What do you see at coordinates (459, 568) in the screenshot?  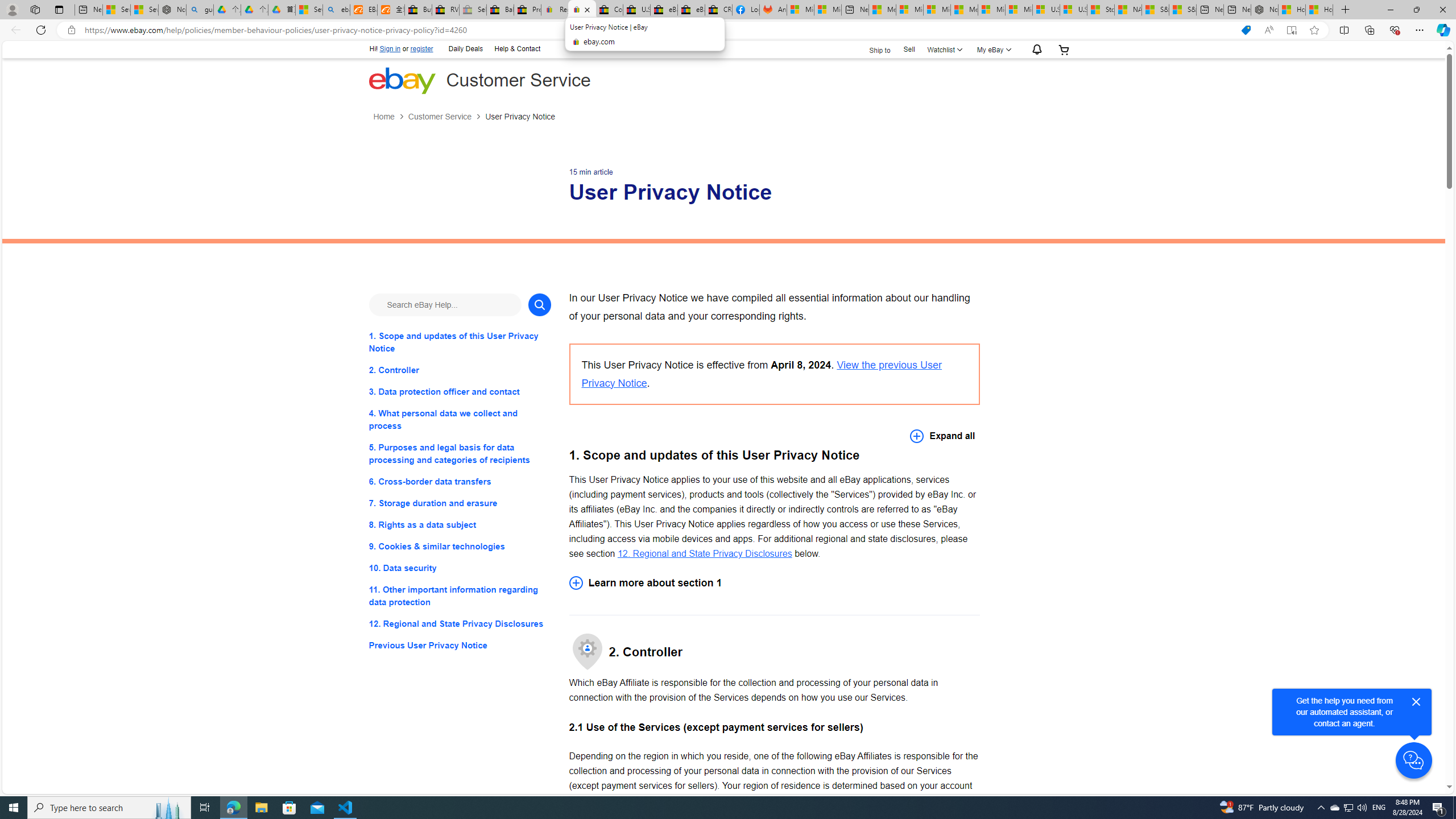 I see `'10. Data security'` at bounding box center [459, 568].